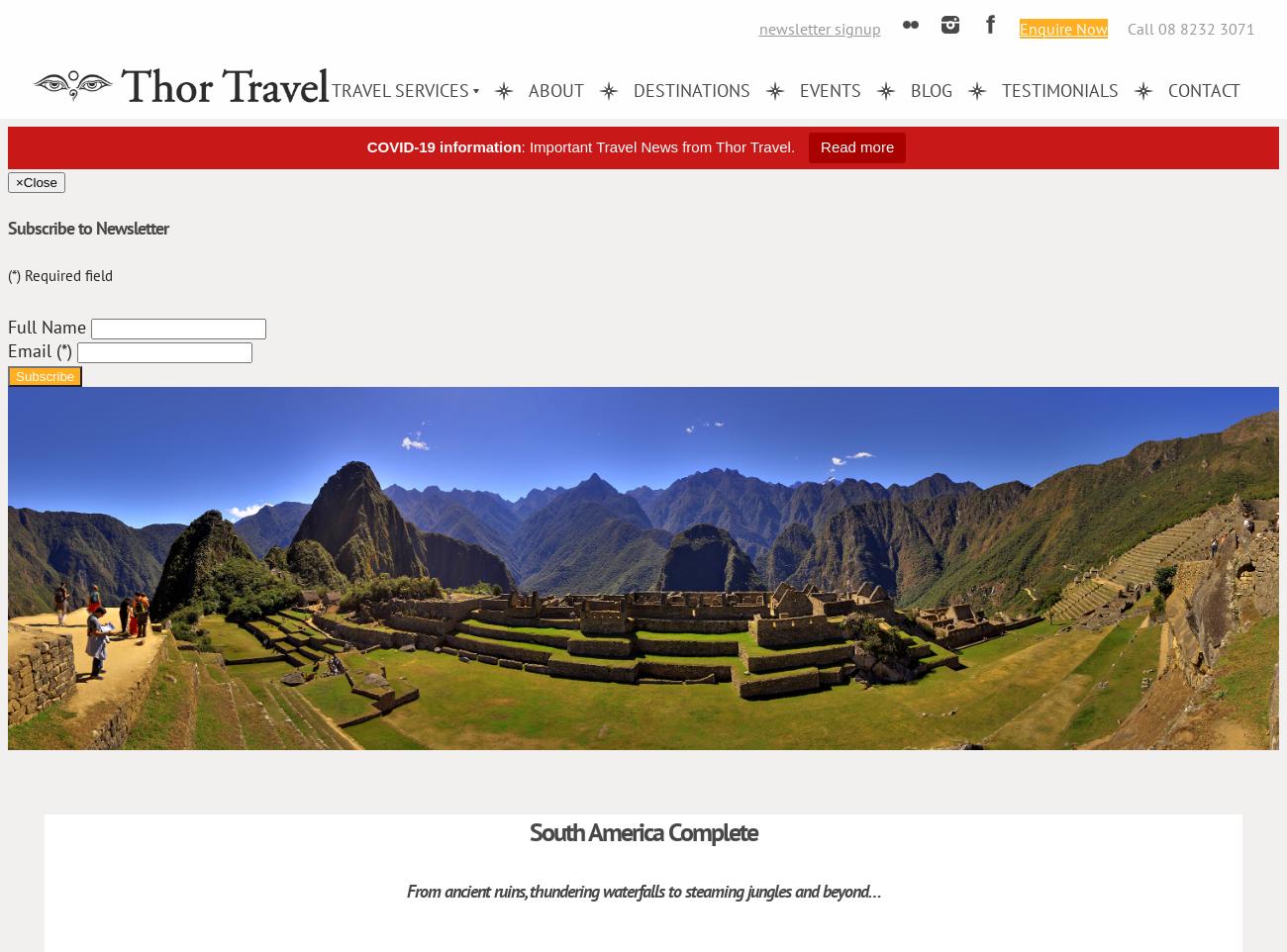  I want to click on 'COVID-19 information', so click(364, 146).